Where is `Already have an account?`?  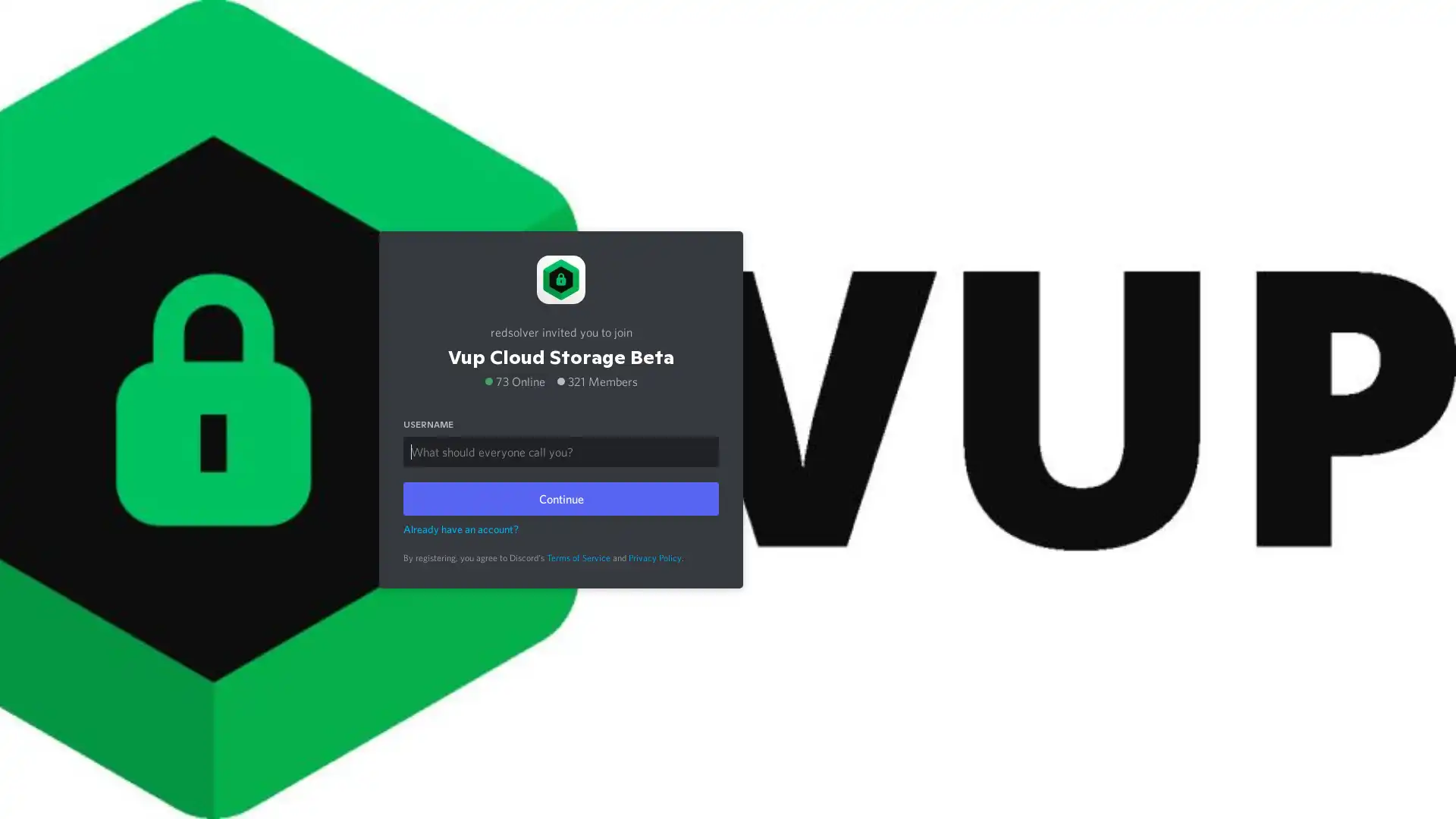 Already have an account? is located at coordinates (460, 528).